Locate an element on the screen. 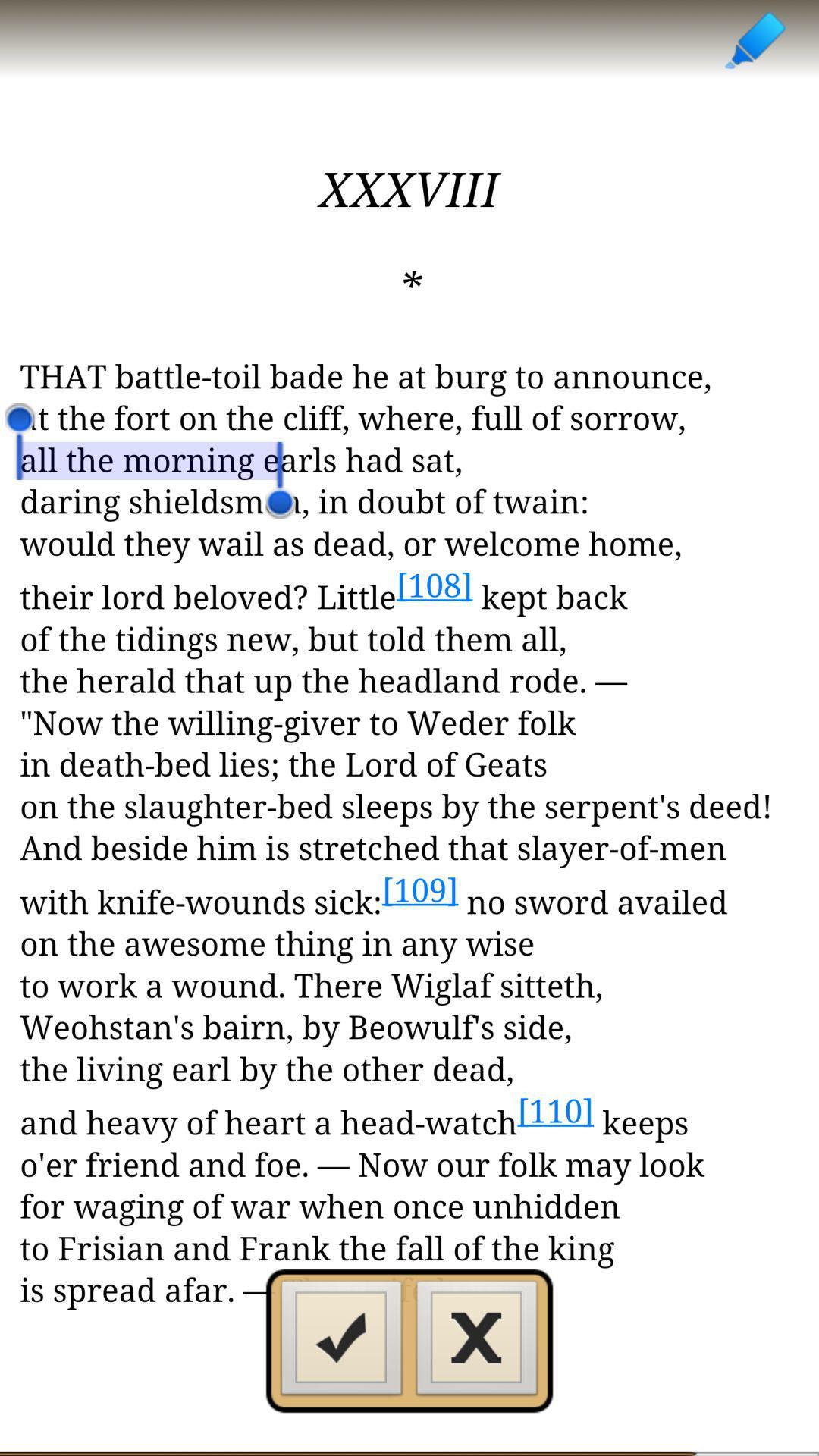 This screenshot has height=1456, width=819. confirm highlight is located at coordinates (341, 1342).